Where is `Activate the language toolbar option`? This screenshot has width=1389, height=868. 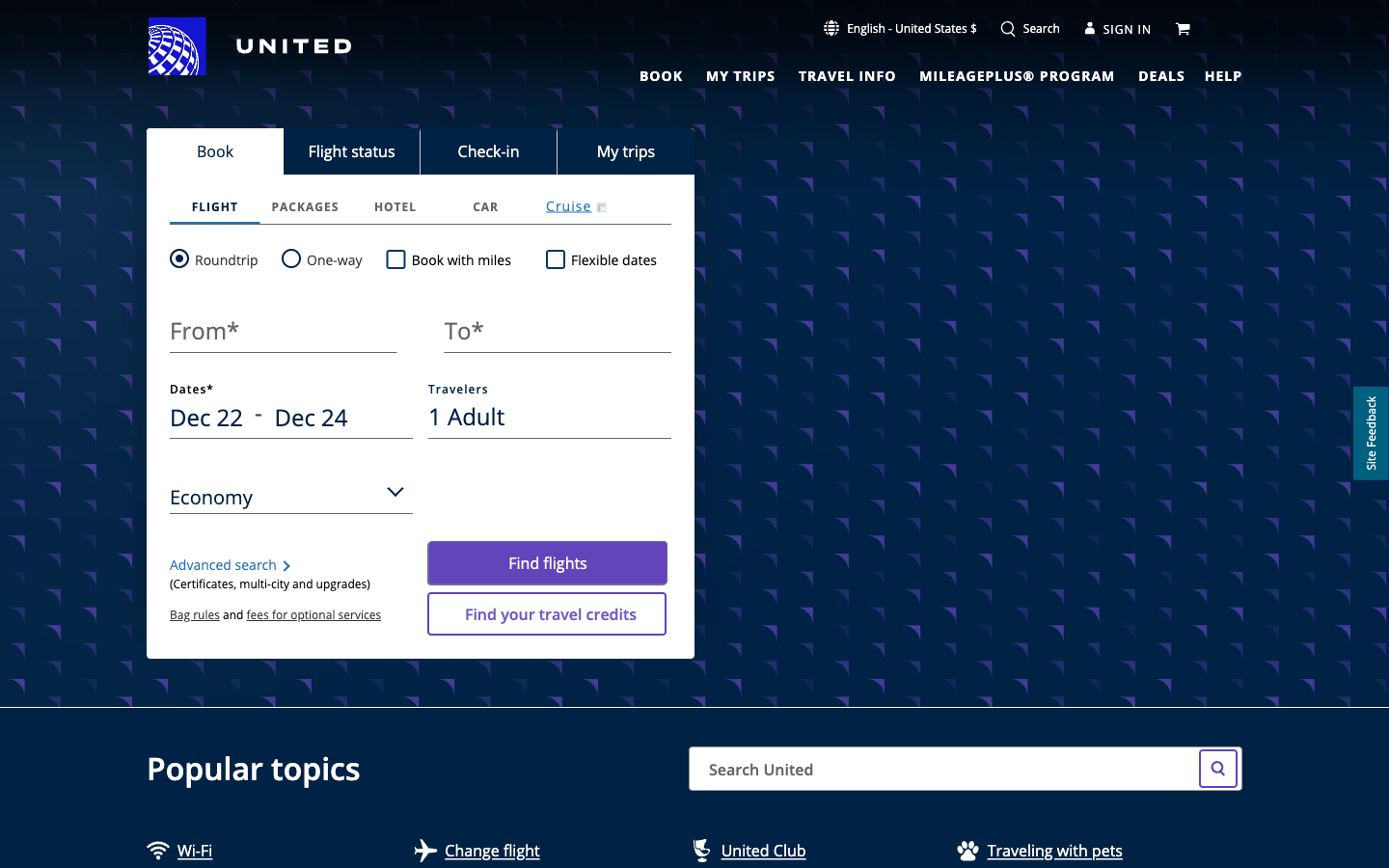
Activate the language toolbar option is located at coordinates (900, 27).